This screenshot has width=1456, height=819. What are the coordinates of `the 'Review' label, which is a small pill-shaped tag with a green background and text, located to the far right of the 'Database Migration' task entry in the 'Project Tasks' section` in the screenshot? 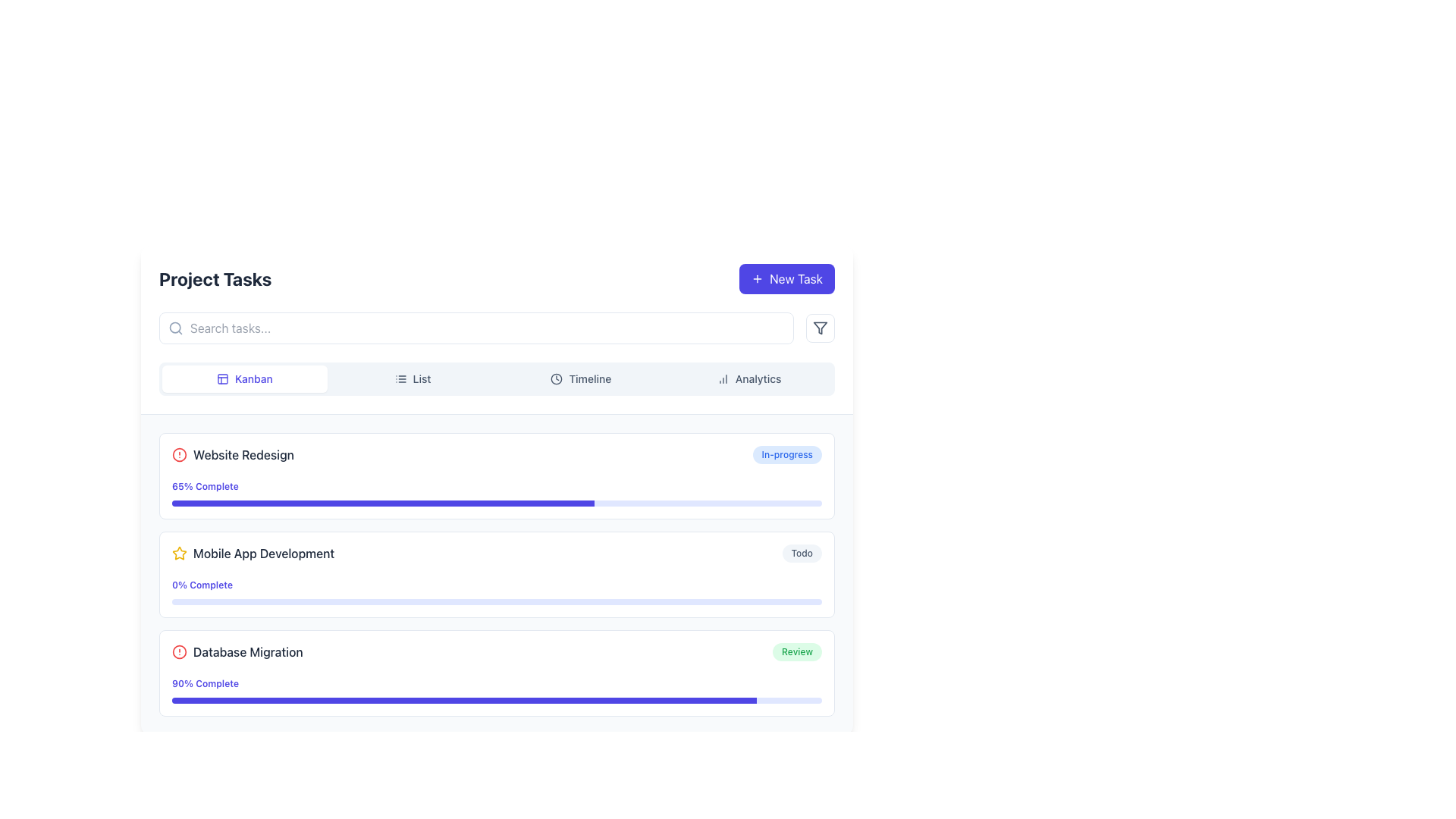 It's located at (796, 651).